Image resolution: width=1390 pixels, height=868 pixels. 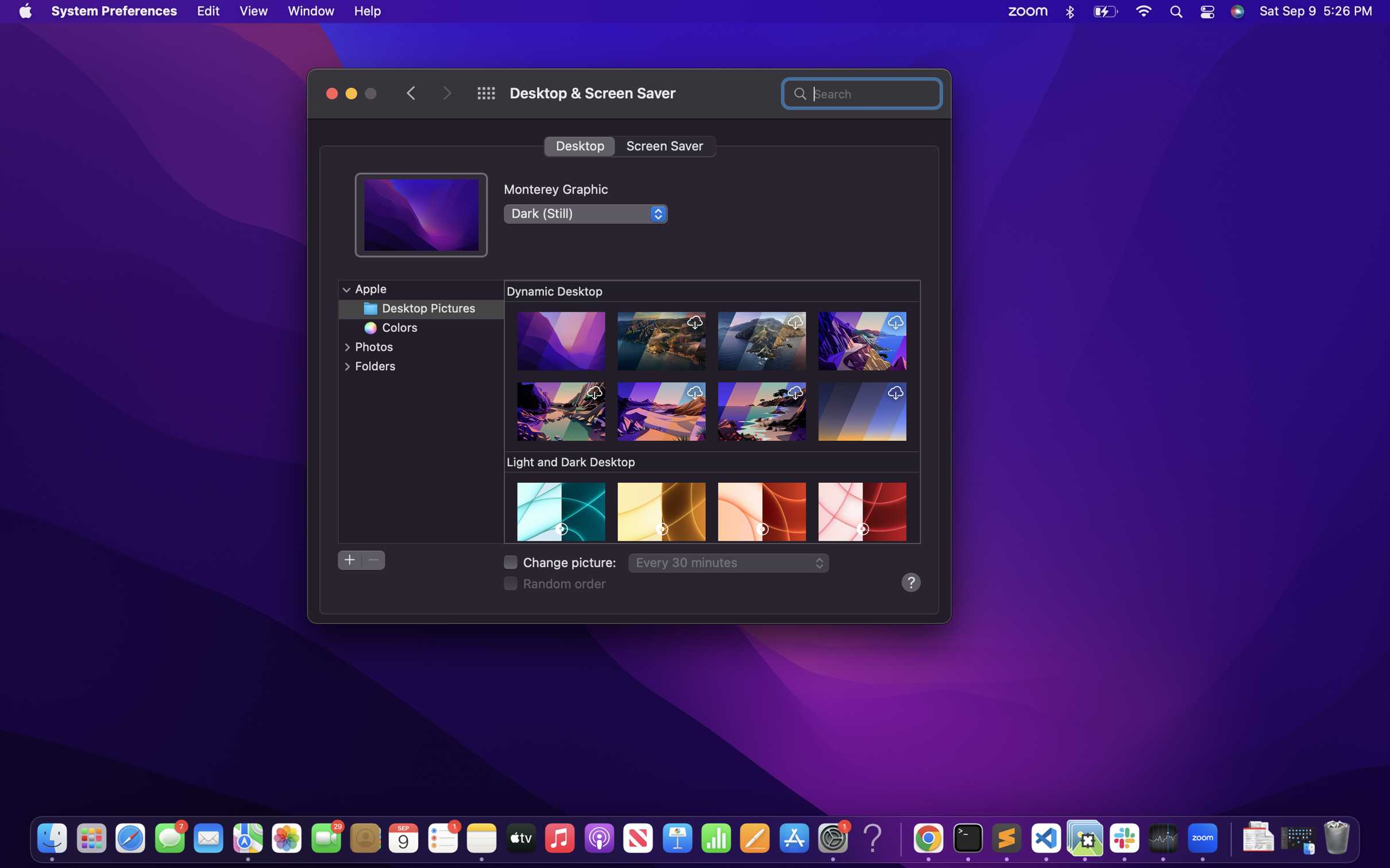 I want to click on the user manual, so click(x=910, y=582).